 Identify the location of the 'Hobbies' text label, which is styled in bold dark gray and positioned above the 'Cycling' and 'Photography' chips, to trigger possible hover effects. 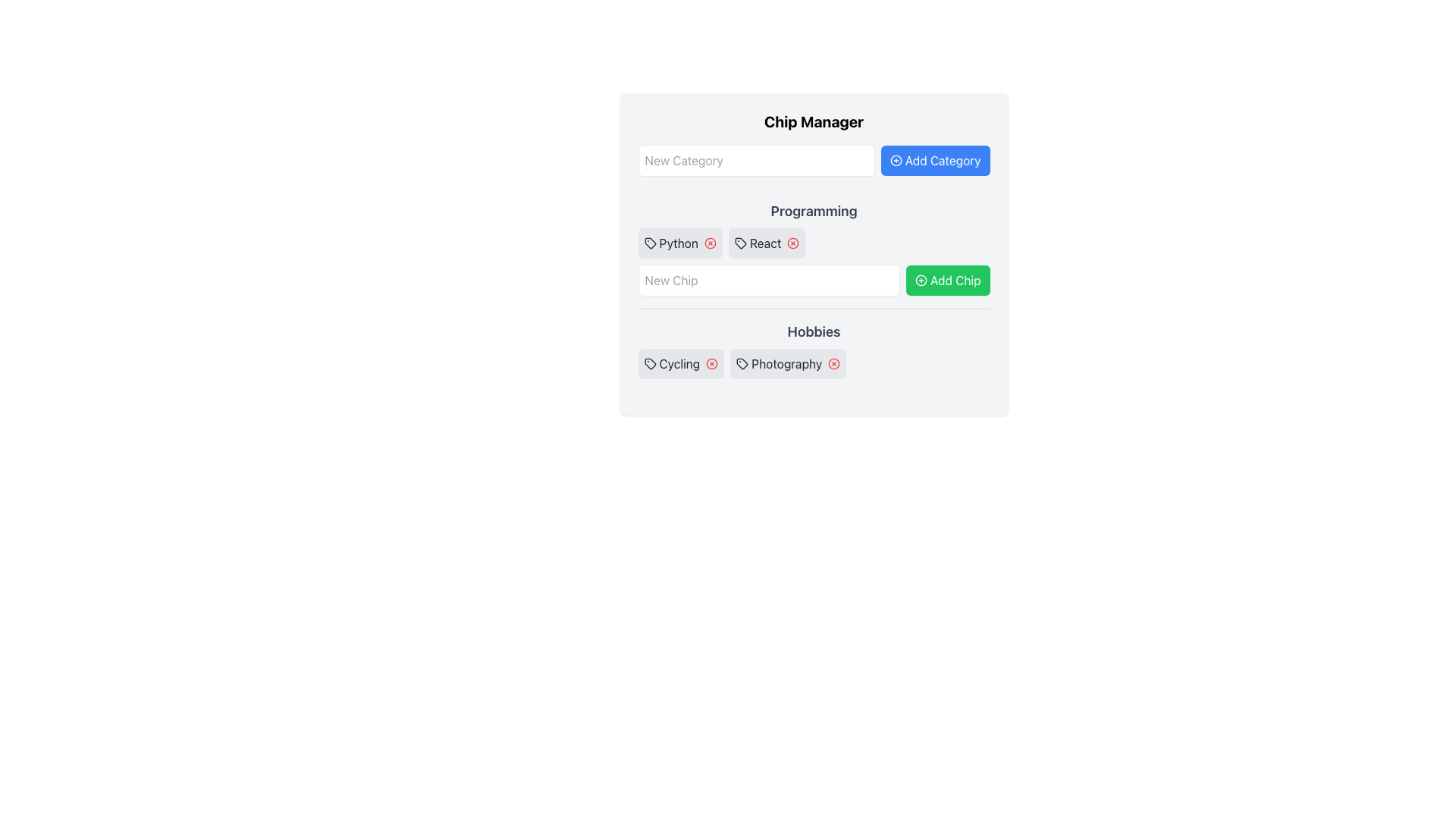
(813, 331).